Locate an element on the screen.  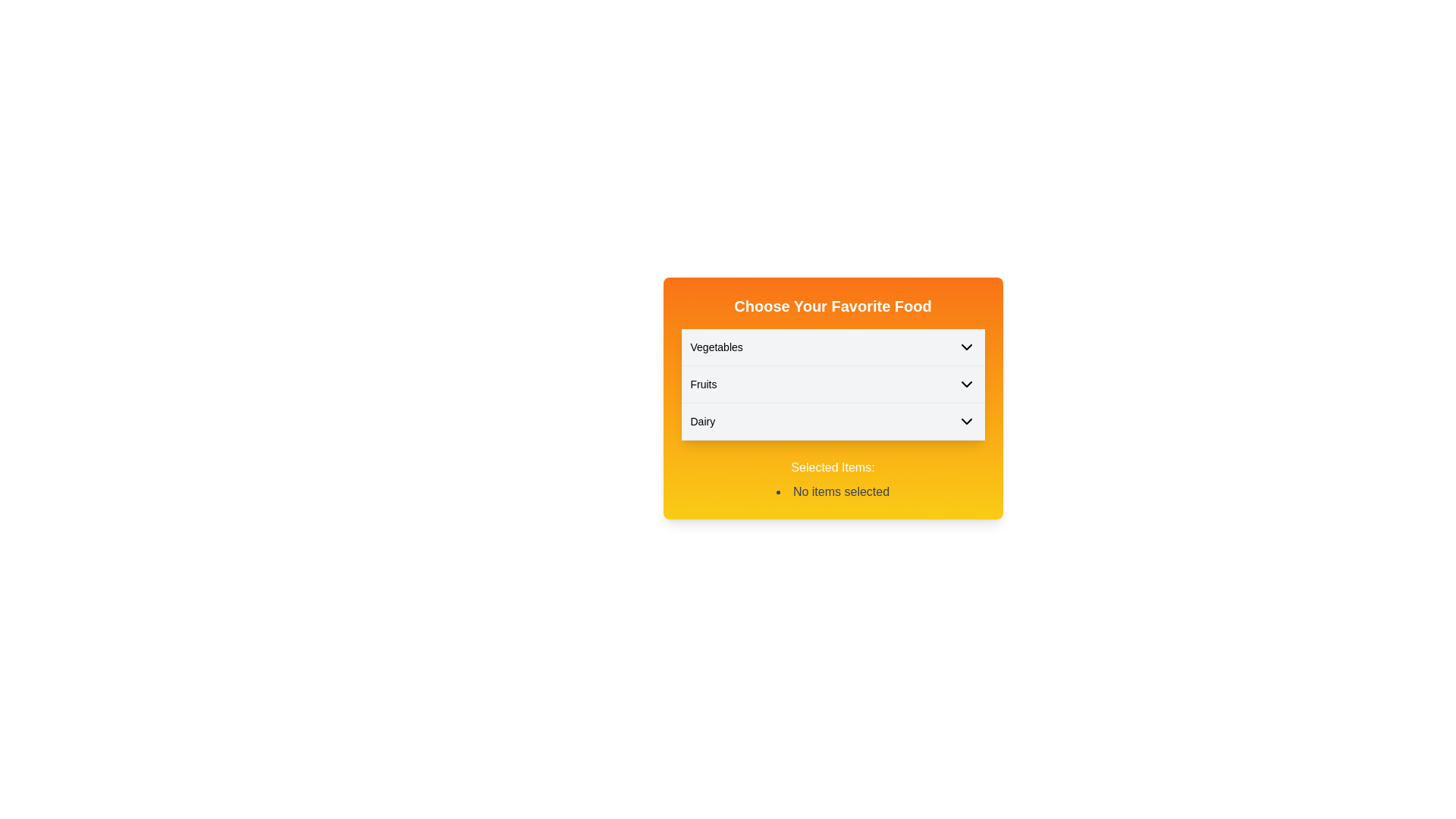
displayed text in the text display area located at the bottom of the colorful card, which shows the summary of the user's current selections from the dropdown lists above is located at coordinates (832, 479).